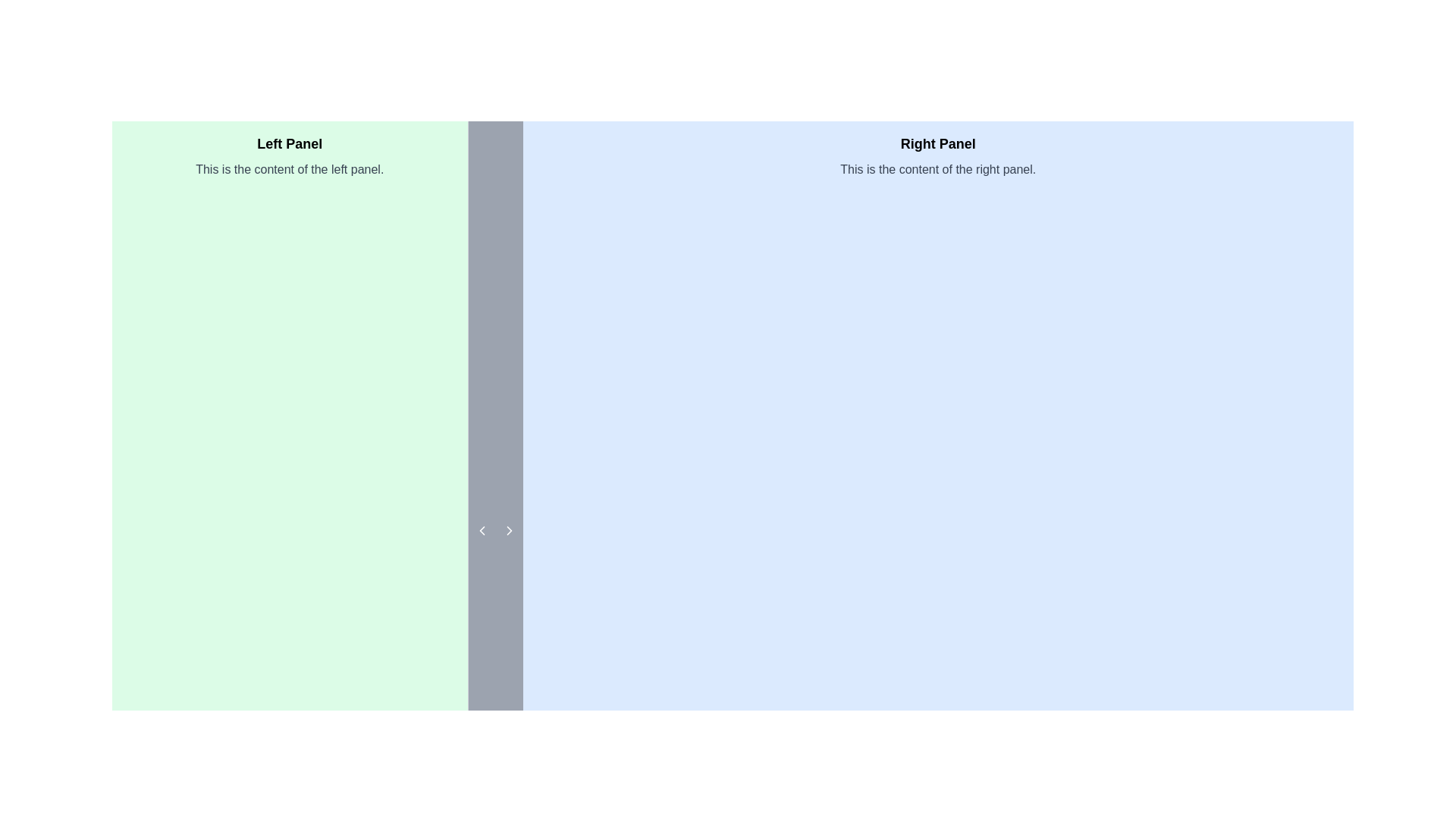 The width and height of the screenshot is (1456, 819). What do you see at coordinates (937, 169) in the screenshot?
I see `text label that displays 'This is the content of the right panel.' located in the right panel, which is horizontally centered and positioned below the title text 'Right Panel'` at bounding box center [937, 169].